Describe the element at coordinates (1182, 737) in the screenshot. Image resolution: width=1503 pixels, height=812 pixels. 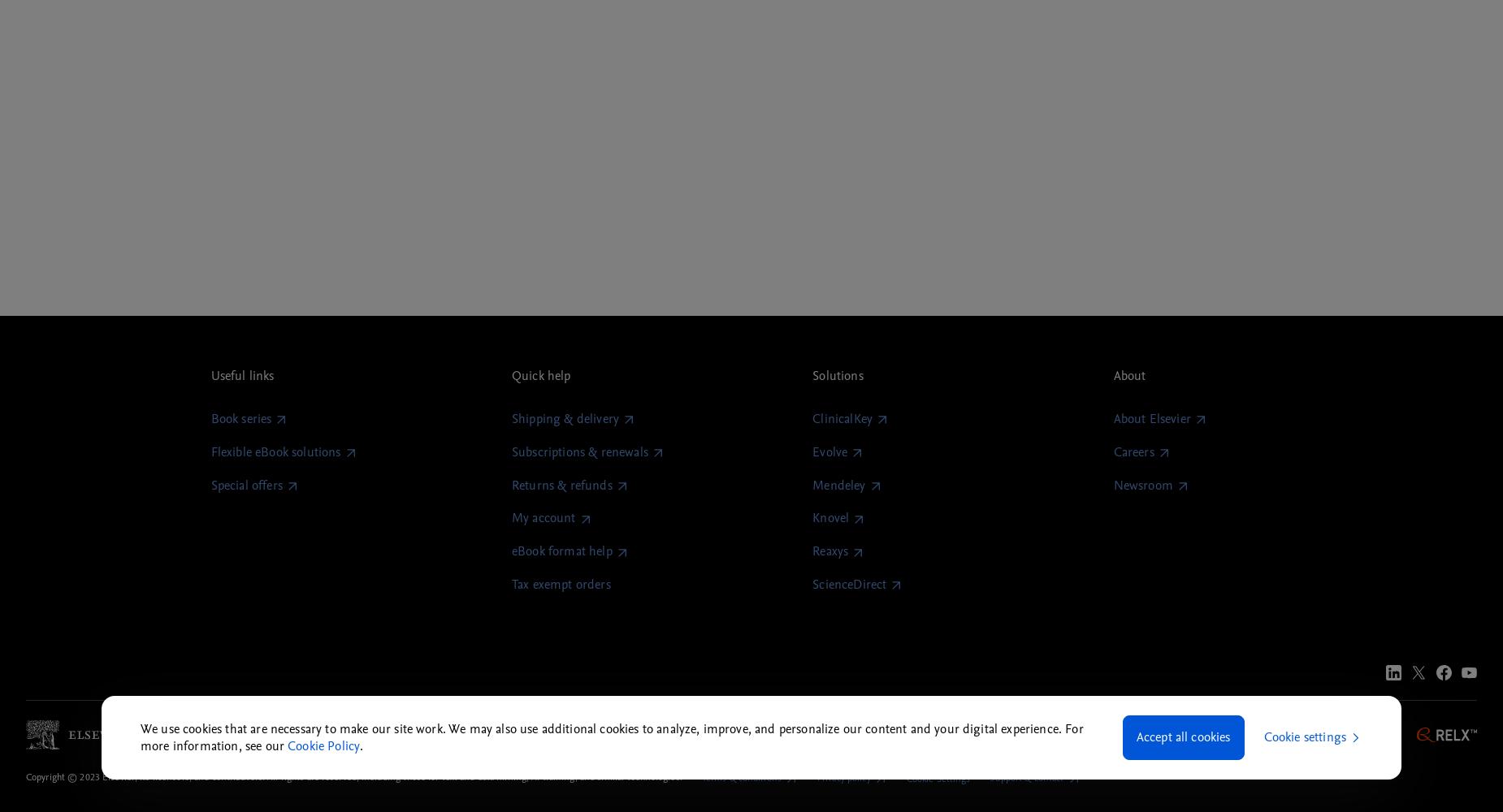
I see `'Accept all cookies'` at that location.